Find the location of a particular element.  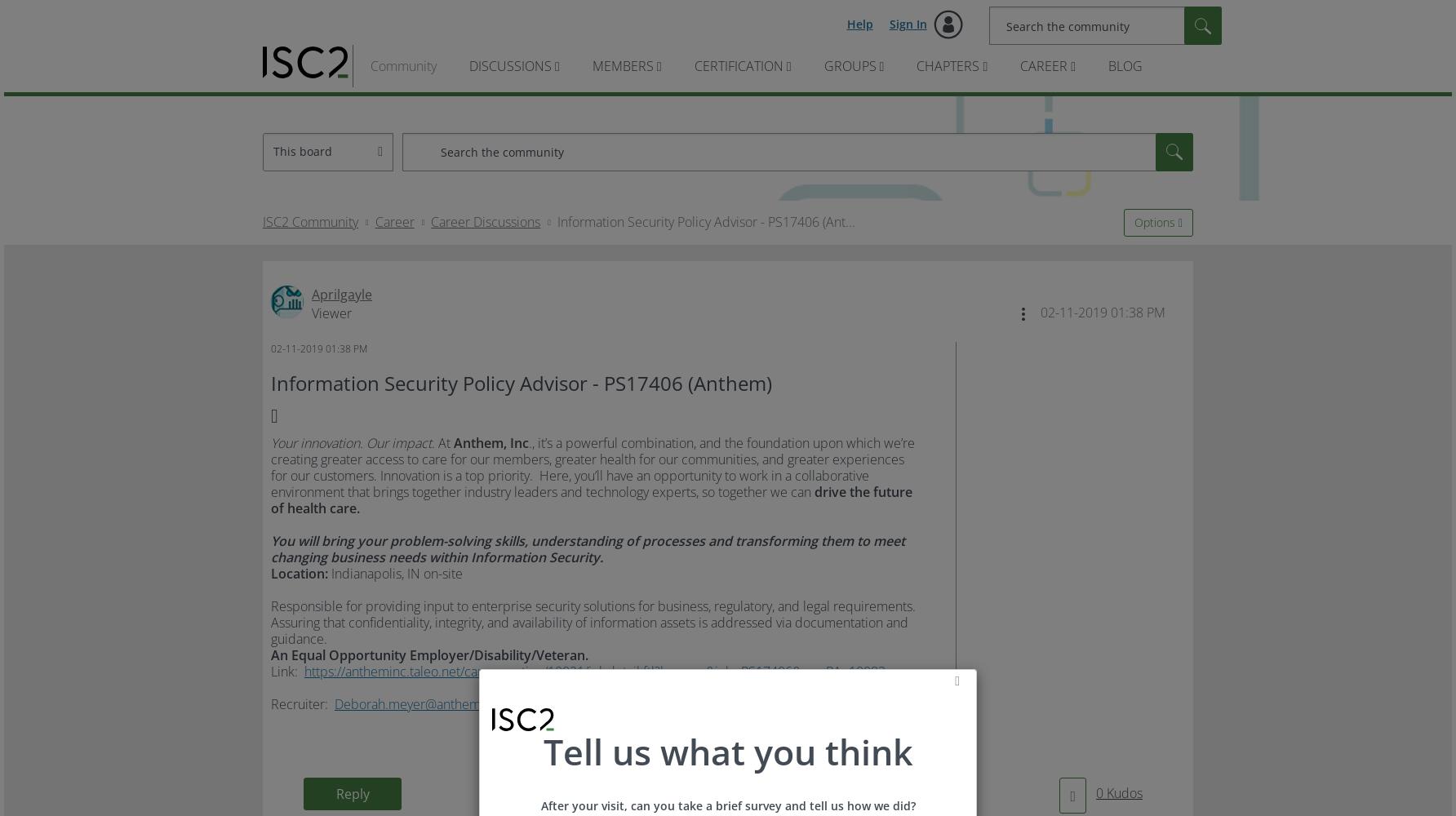

'Information Security Policy Advisor - PS17406 (Anthem)' is located at coordinates (271, 381).